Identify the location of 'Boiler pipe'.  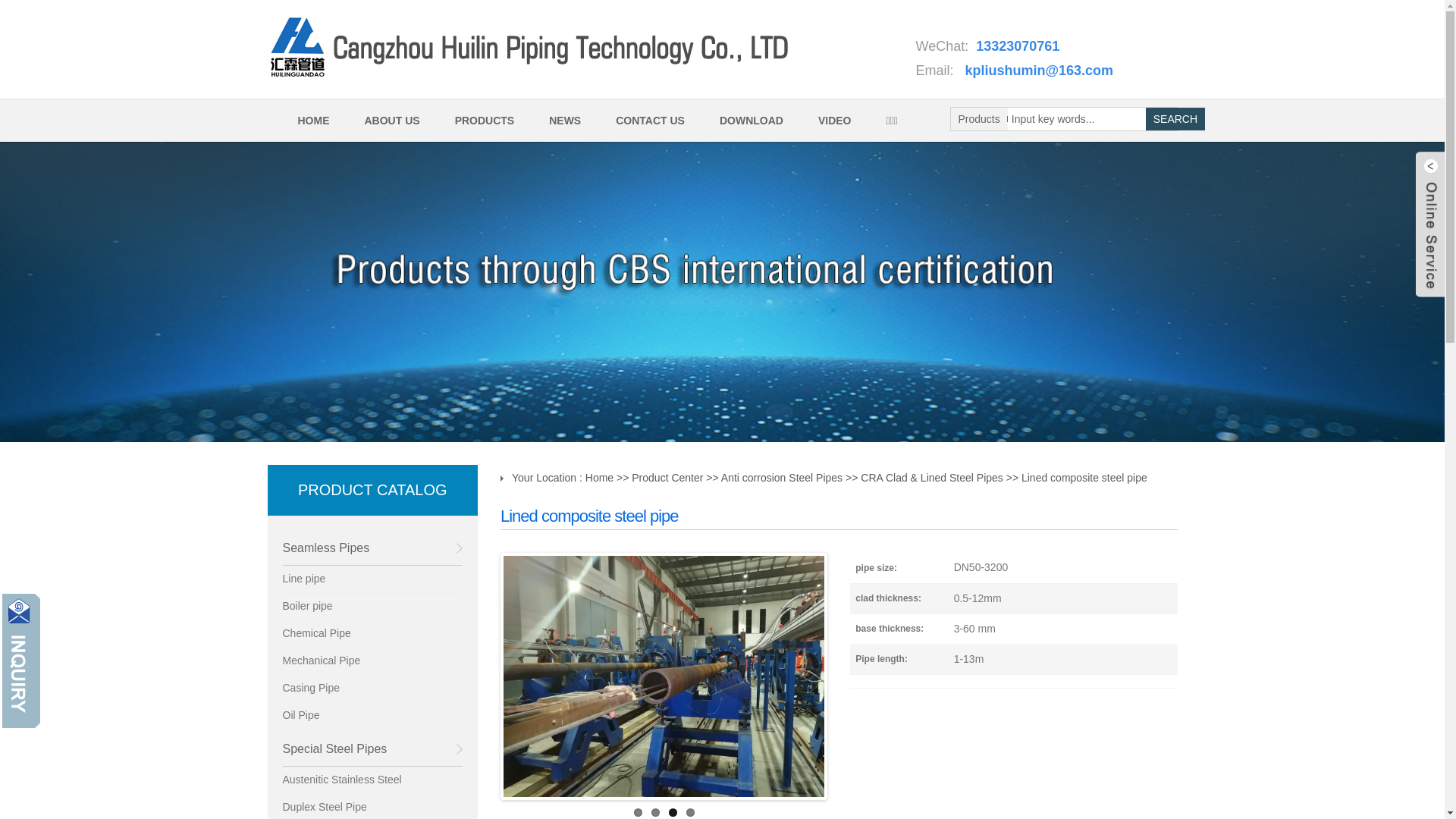
(372, 605).